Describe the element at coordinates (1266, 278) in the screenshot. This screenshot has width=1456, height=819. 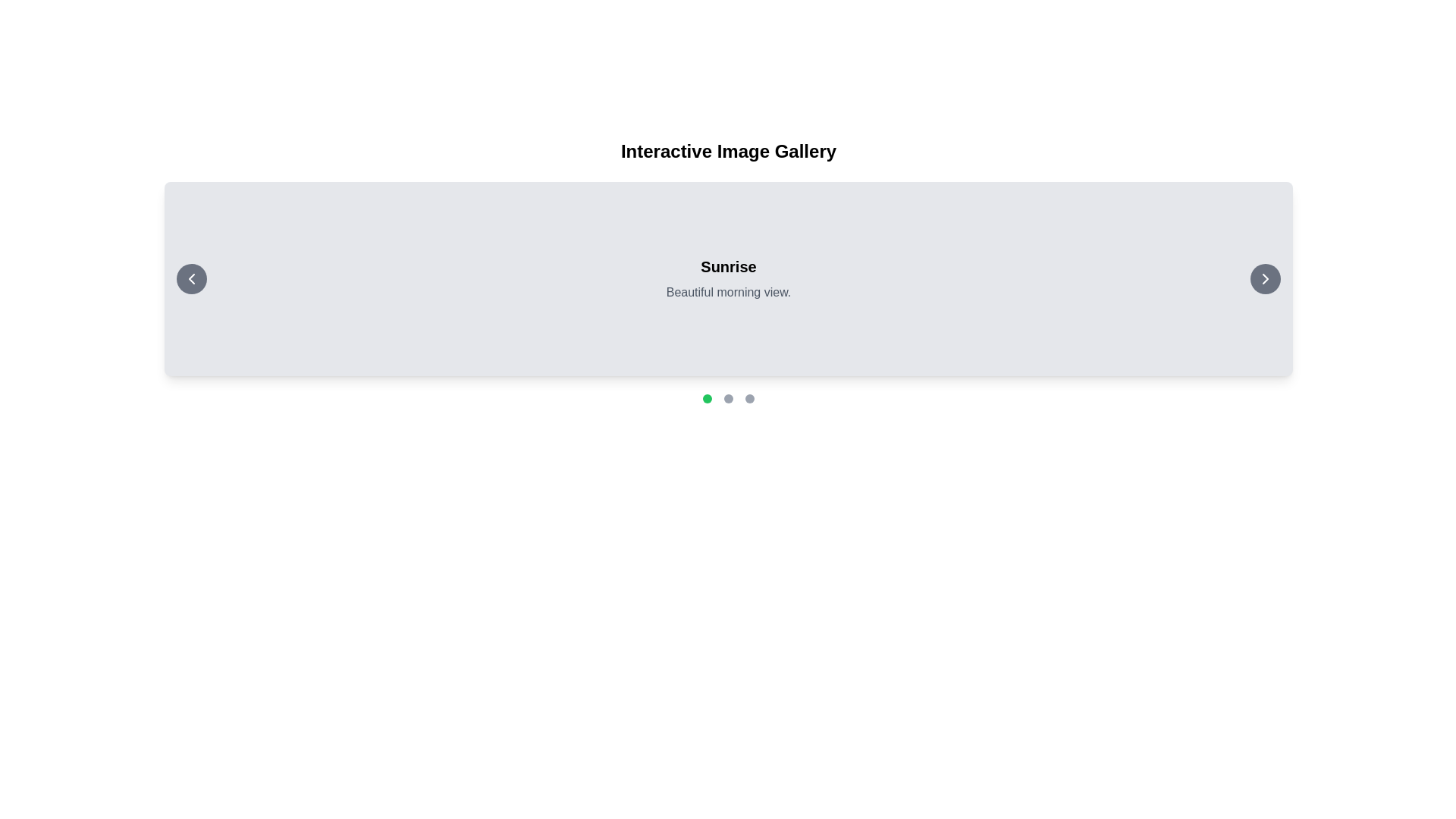
I see `the navigation button located at the far right of the card titled 'Sunrise'` at that location.